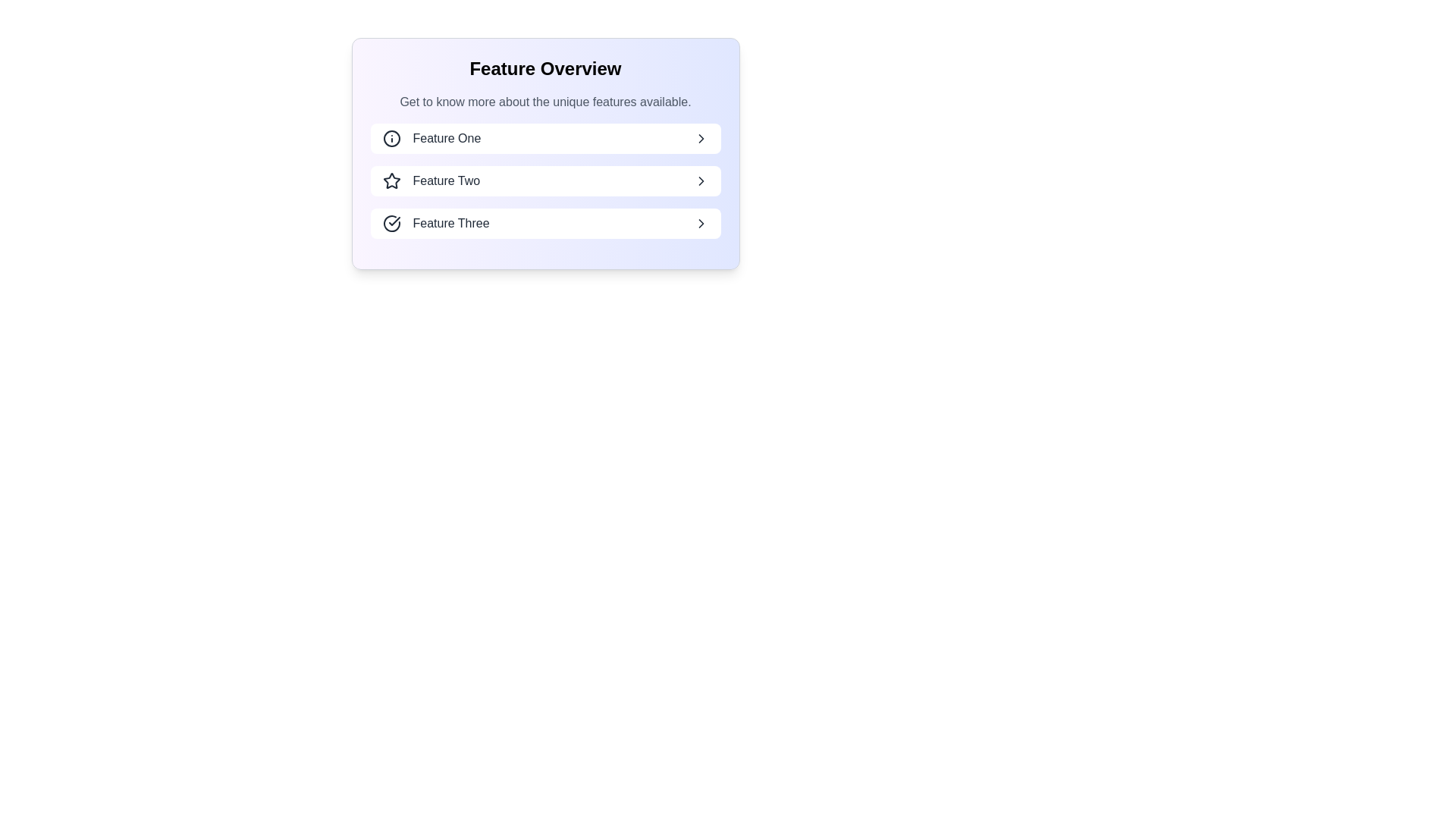 The image size is (1456, 819). What do you see at coordinates (700, 138) in the screenshot?
I see `the Chevron icon located at the far right of the first list item labeled 'Feature One' in the 'Feature Overview' section` at bounding box center [700, 138].